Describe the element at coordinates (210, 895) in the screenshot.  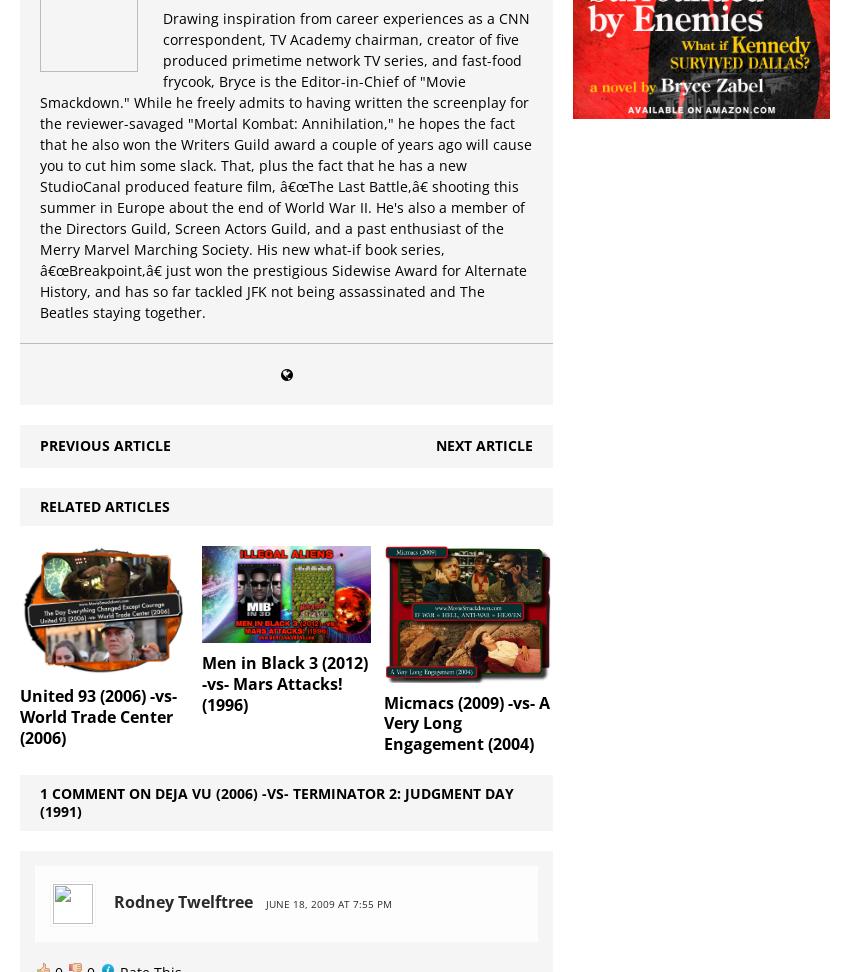
I see `'[ March 15, 2012 ]'` at that location.